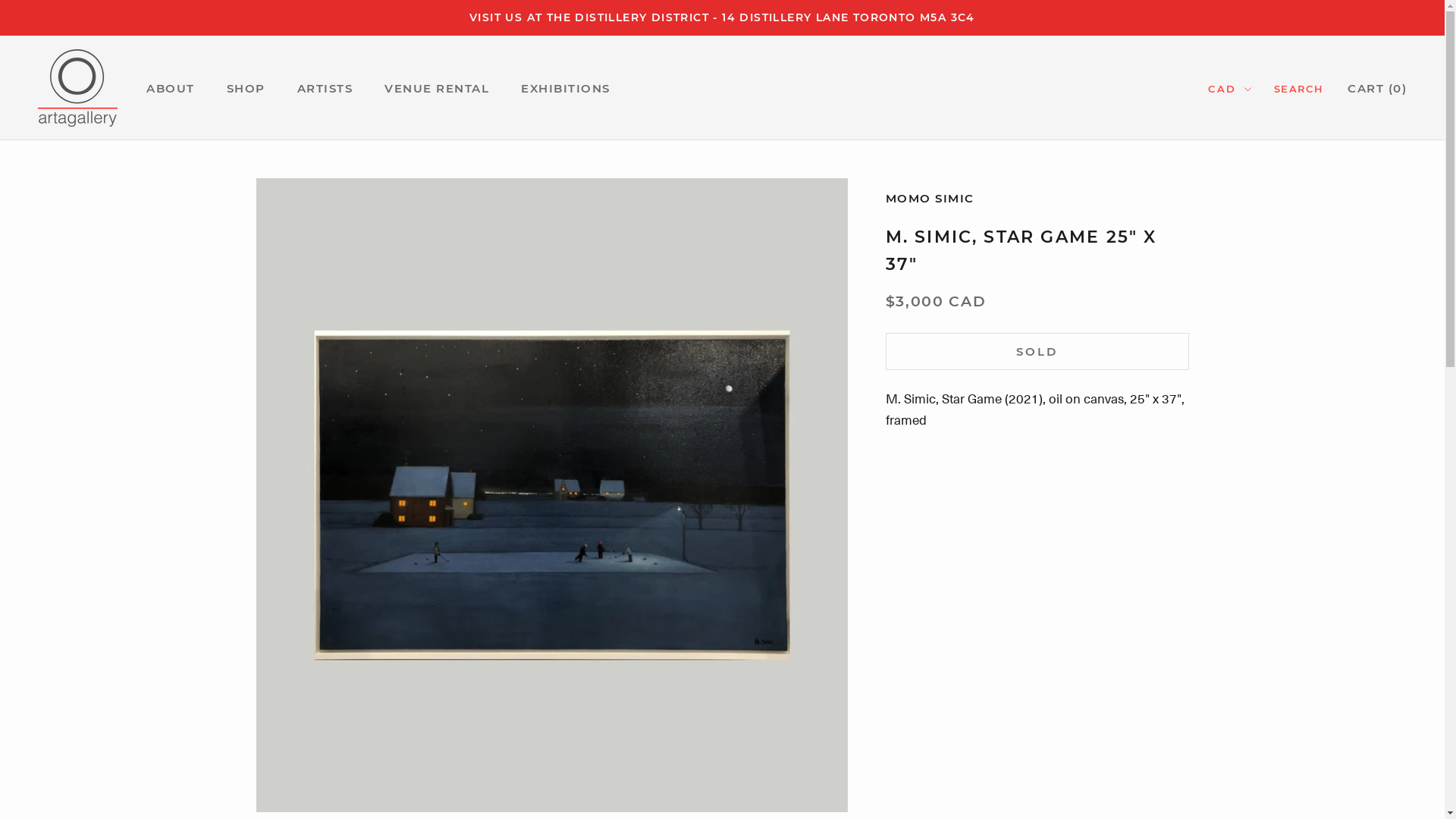 The width and height of the screenshot is (1456, 819). What do you see at coordinates (564, 88) in the screenshot?
I see `'EXHIBITIONS'` at bounding box center [564, 88].